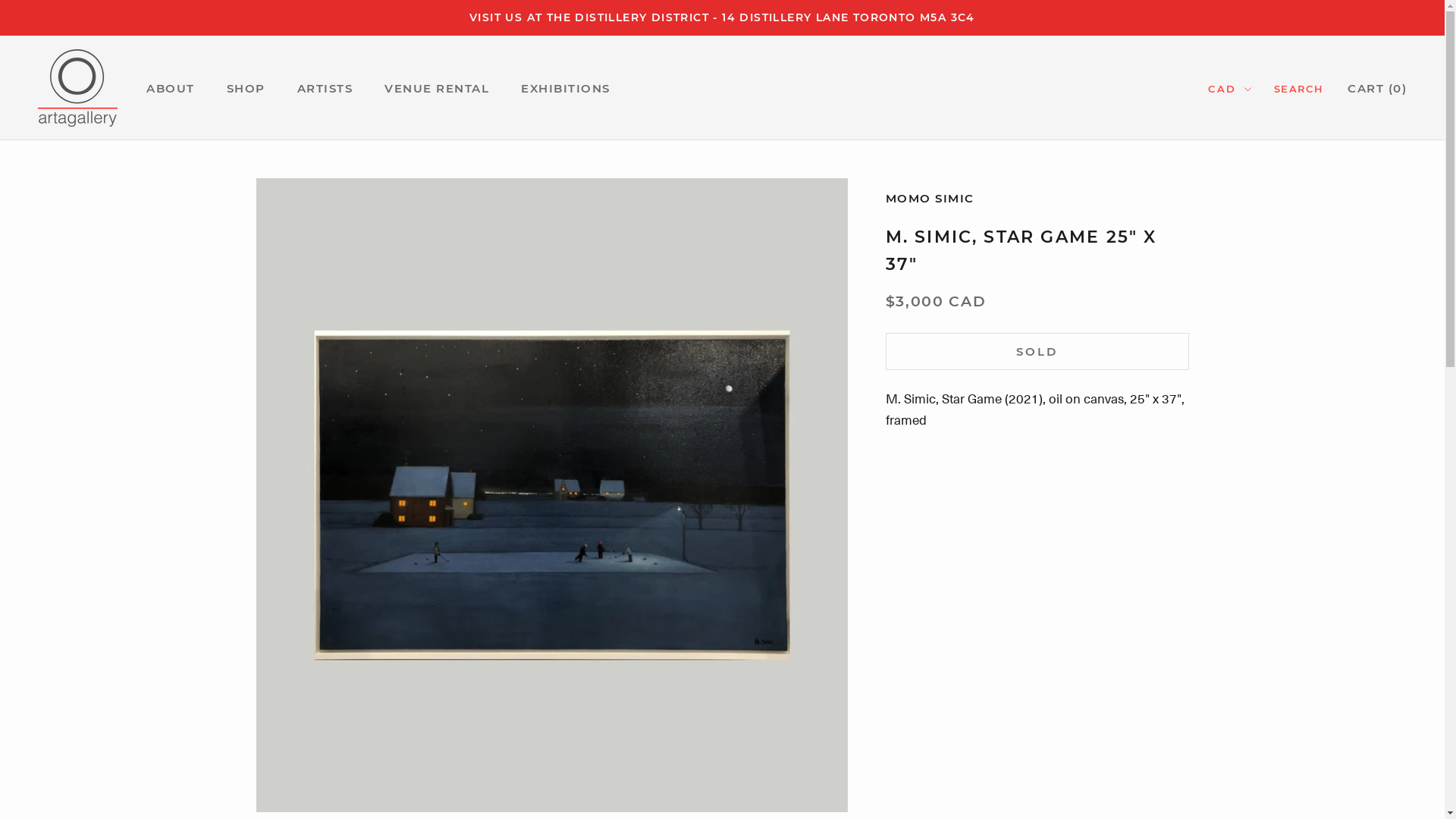 The width and height of the screenshot is (1456, 819). What do you see at coordinates (564, 88) in the screenshot?
I see `'EXHIBITIONS'` at bounding box center [564, 88].